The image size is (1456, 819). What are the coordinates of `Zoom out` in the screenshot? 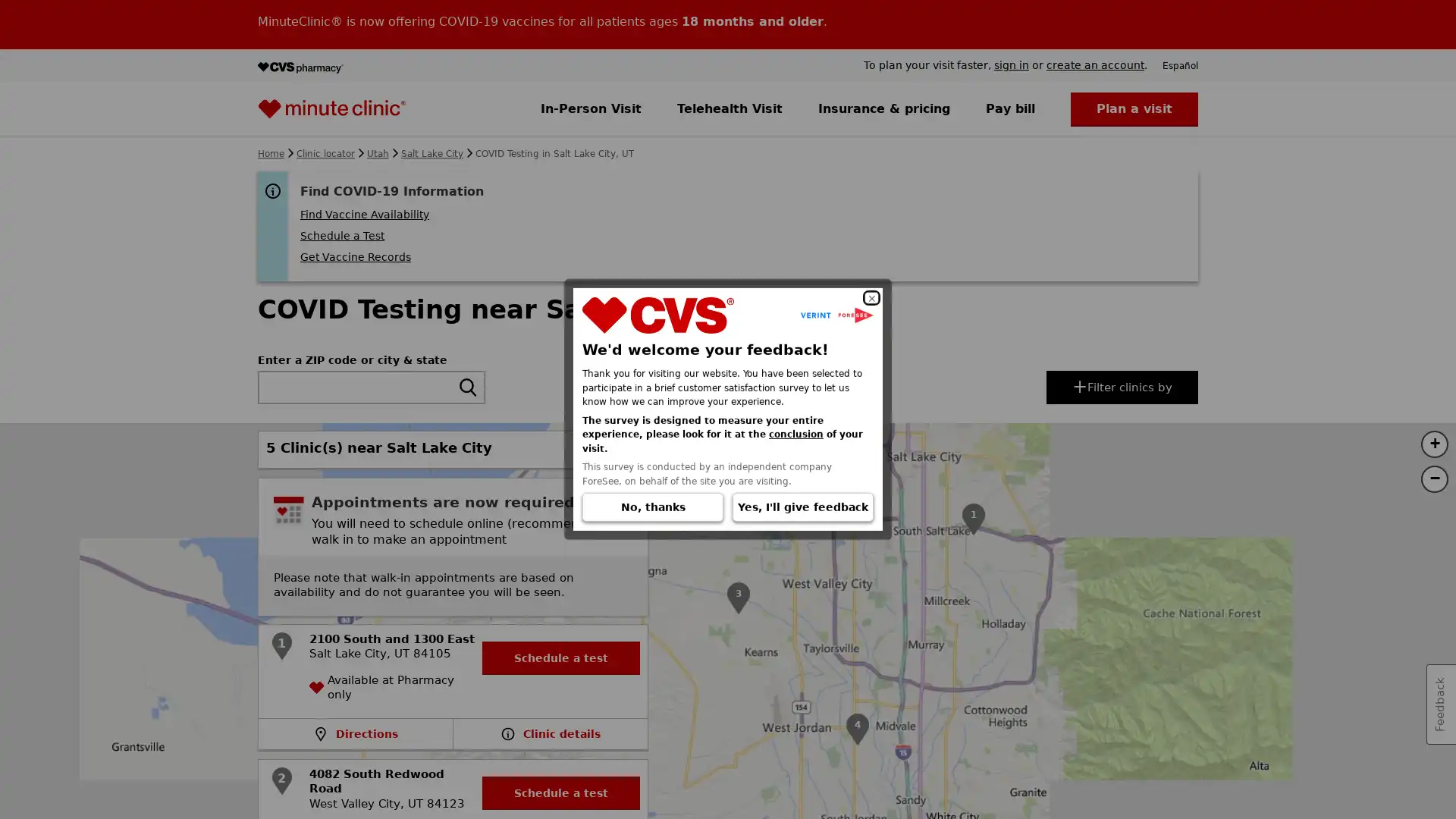 It's located at (1433, 479).